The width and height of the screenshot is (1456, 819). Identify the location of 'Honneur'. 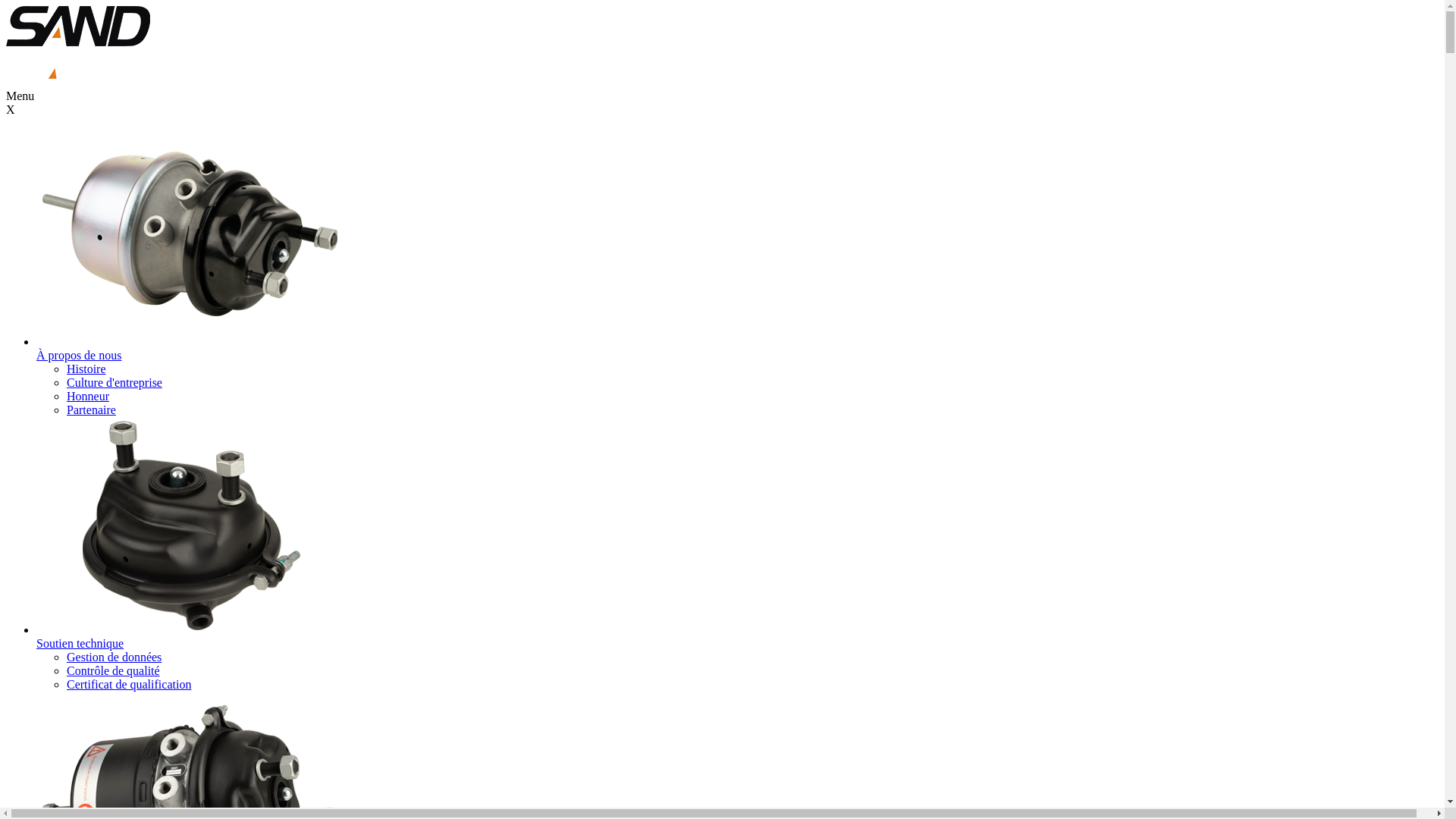
(86, 395).